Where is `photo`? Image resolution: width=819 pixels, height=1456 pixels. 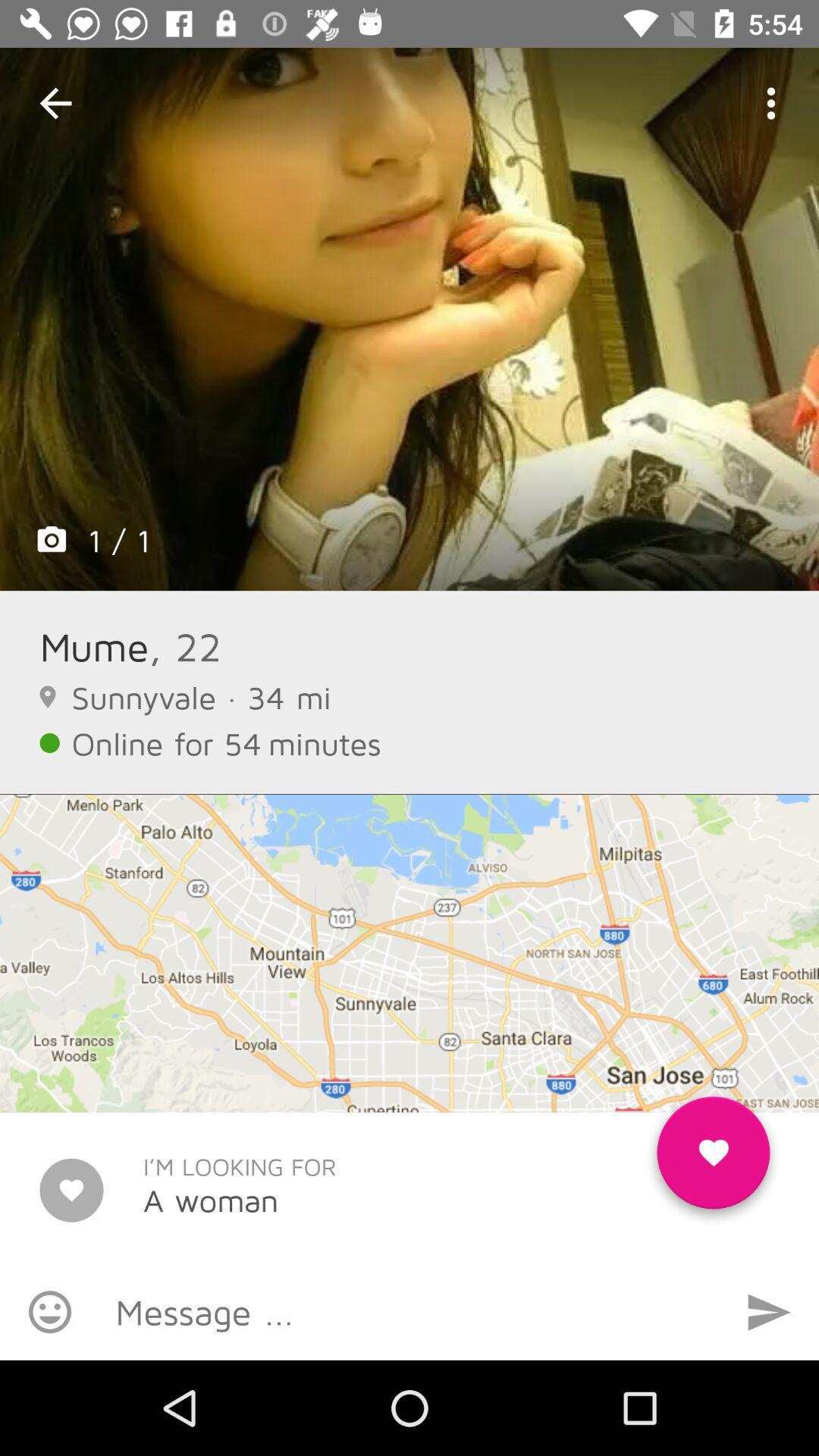
photo is located at coordinates (409, 318).